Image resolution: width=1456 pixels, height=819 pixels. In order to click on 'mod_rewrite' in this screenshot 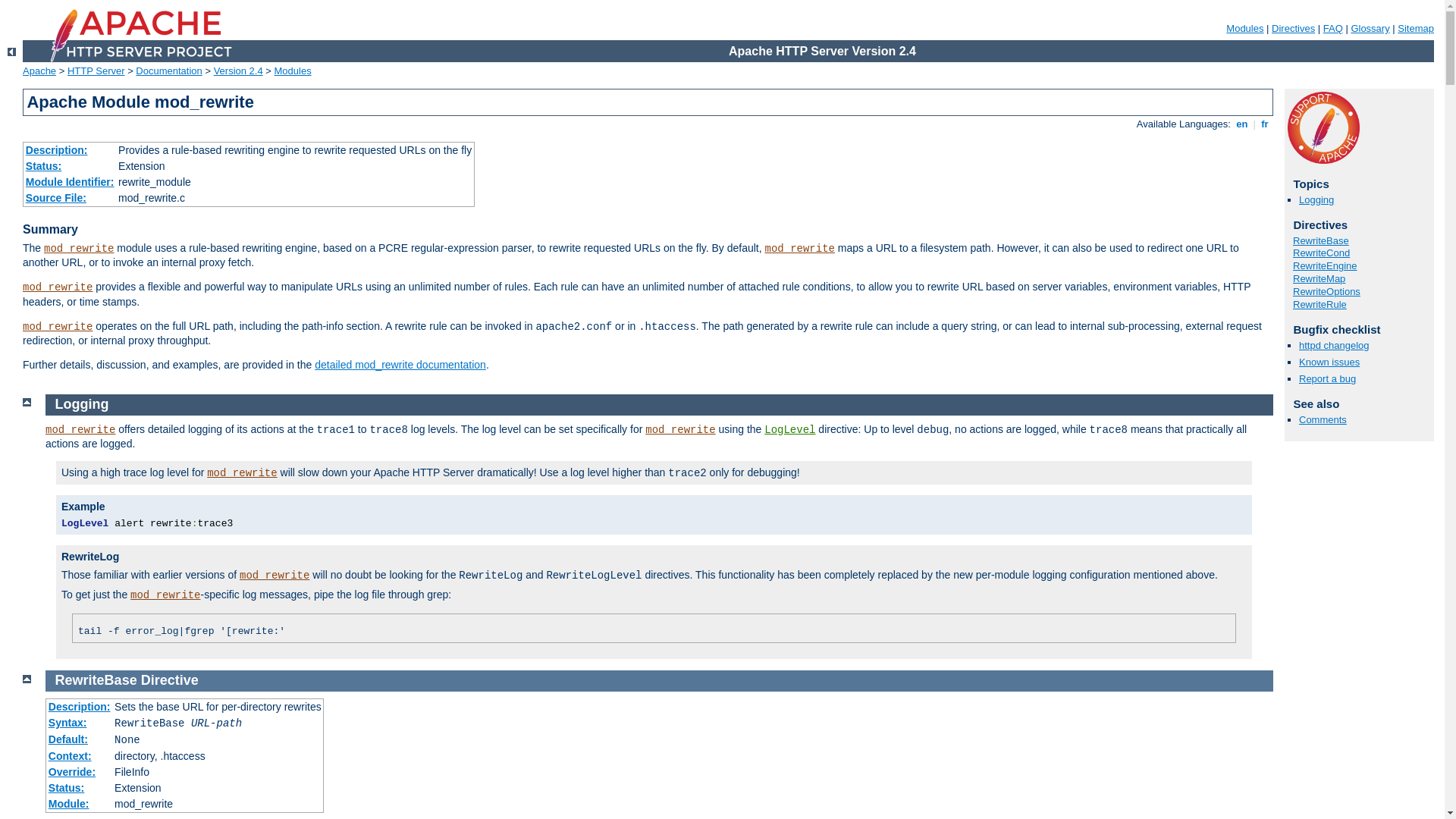, I will do `click(78, 247)`.